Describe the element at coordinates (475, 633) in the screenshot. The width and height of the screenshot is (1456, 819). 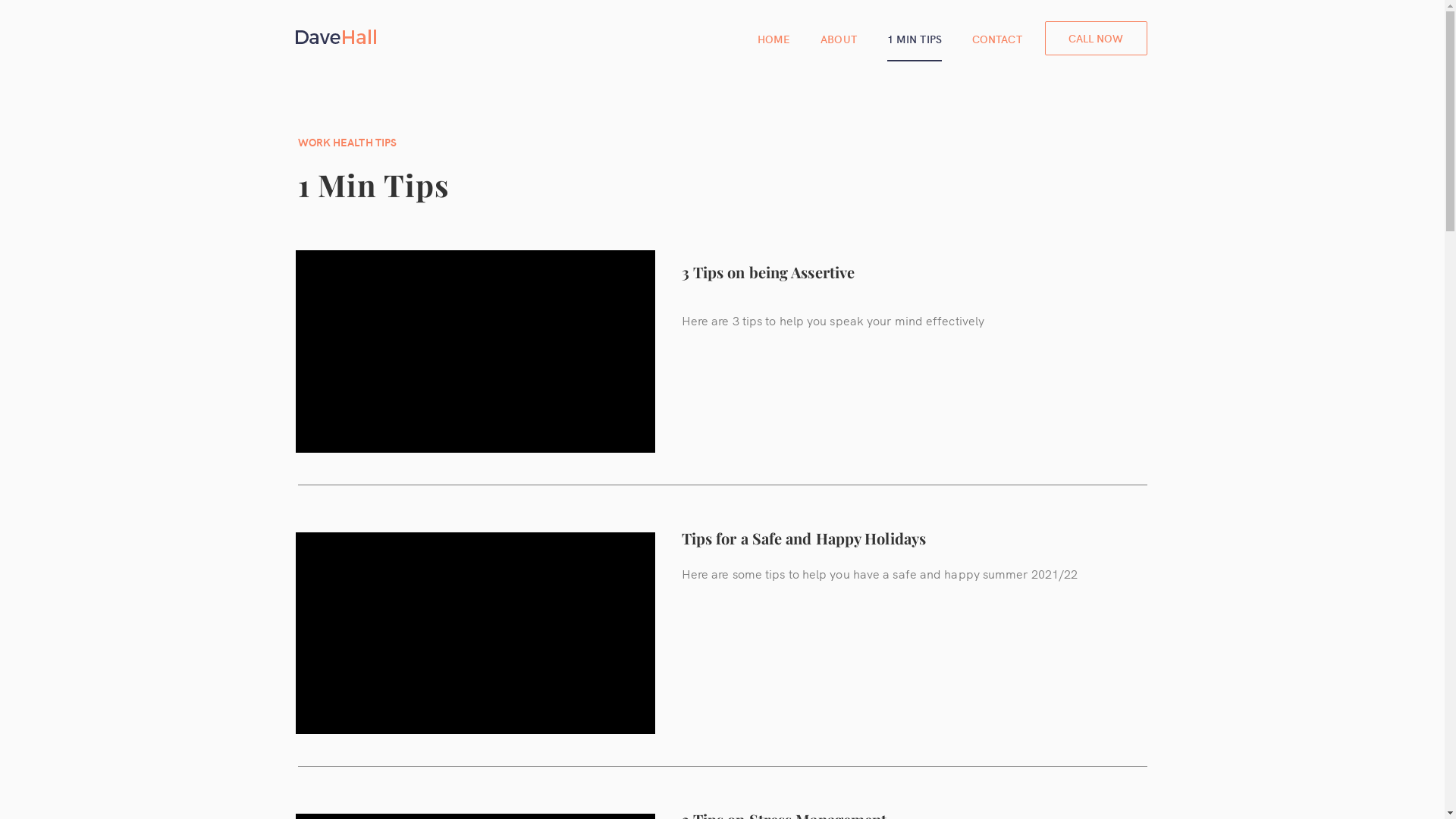
I see `'youtube Video Player'` at that location.